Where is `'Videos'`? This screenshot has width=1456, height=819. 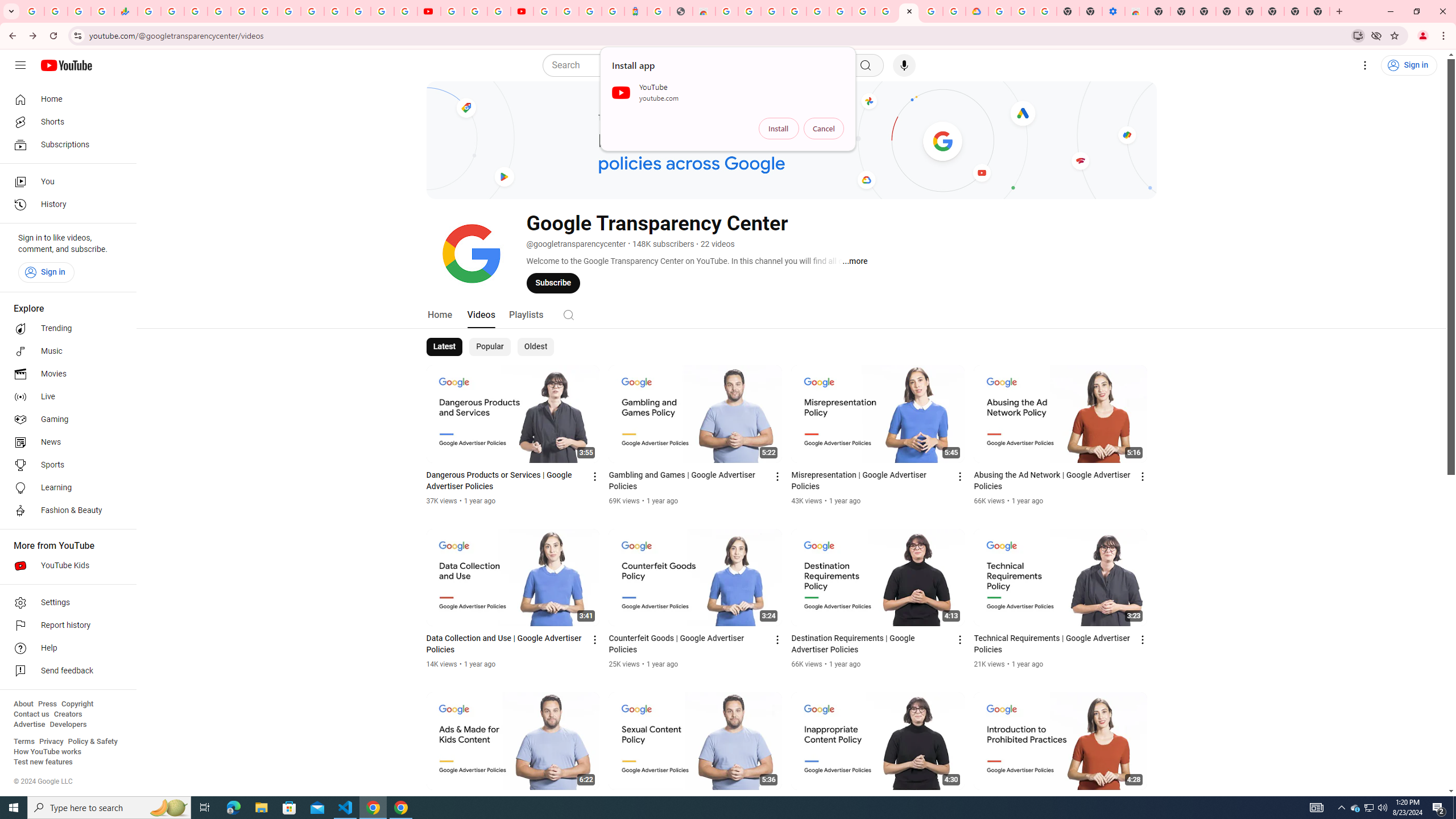
'Videos' is located at coordinates (481, 313).